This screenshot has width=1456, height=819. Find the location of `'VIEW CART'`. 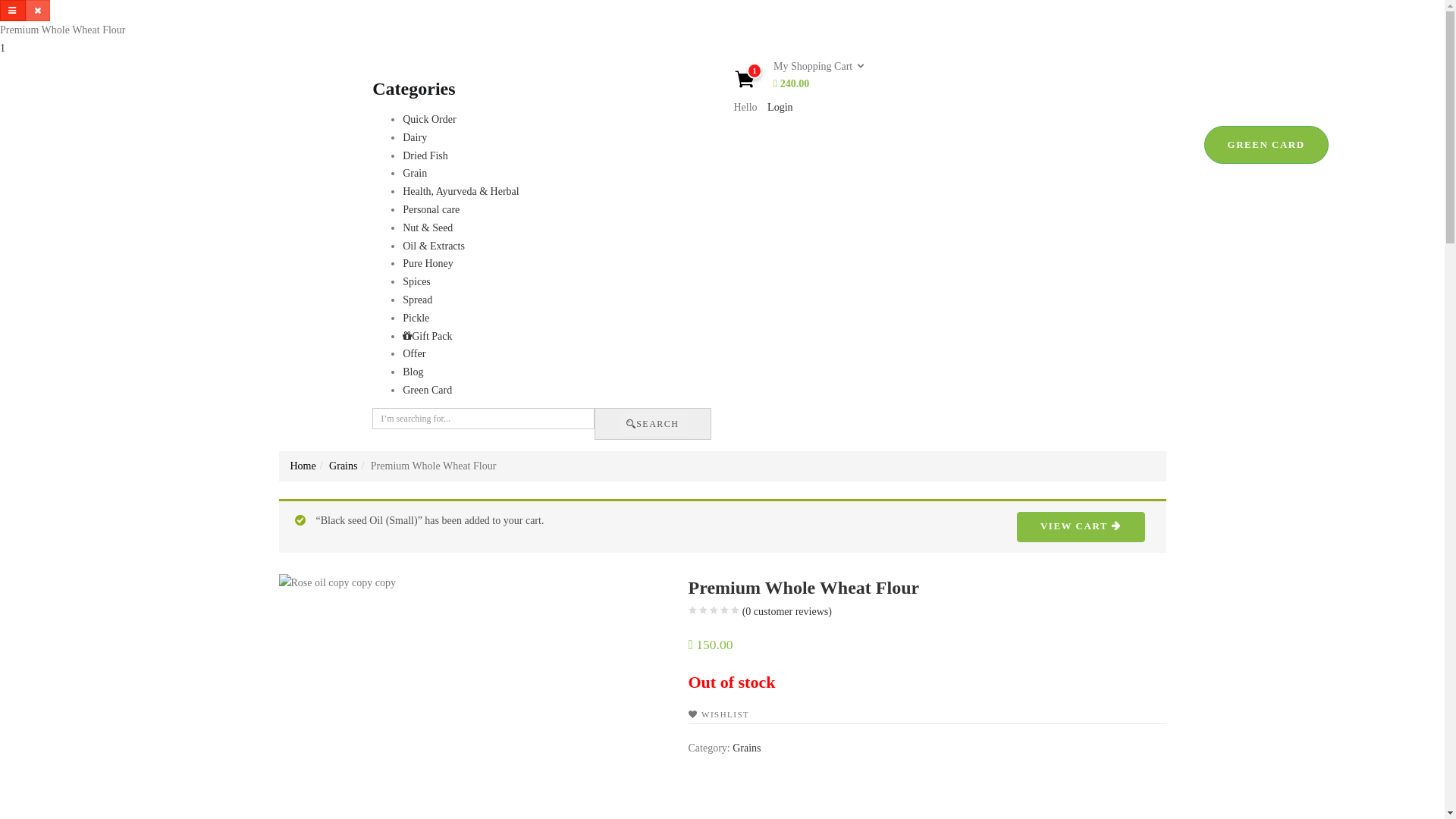

'VIEW CART' is located at coordinates (1016, 526).